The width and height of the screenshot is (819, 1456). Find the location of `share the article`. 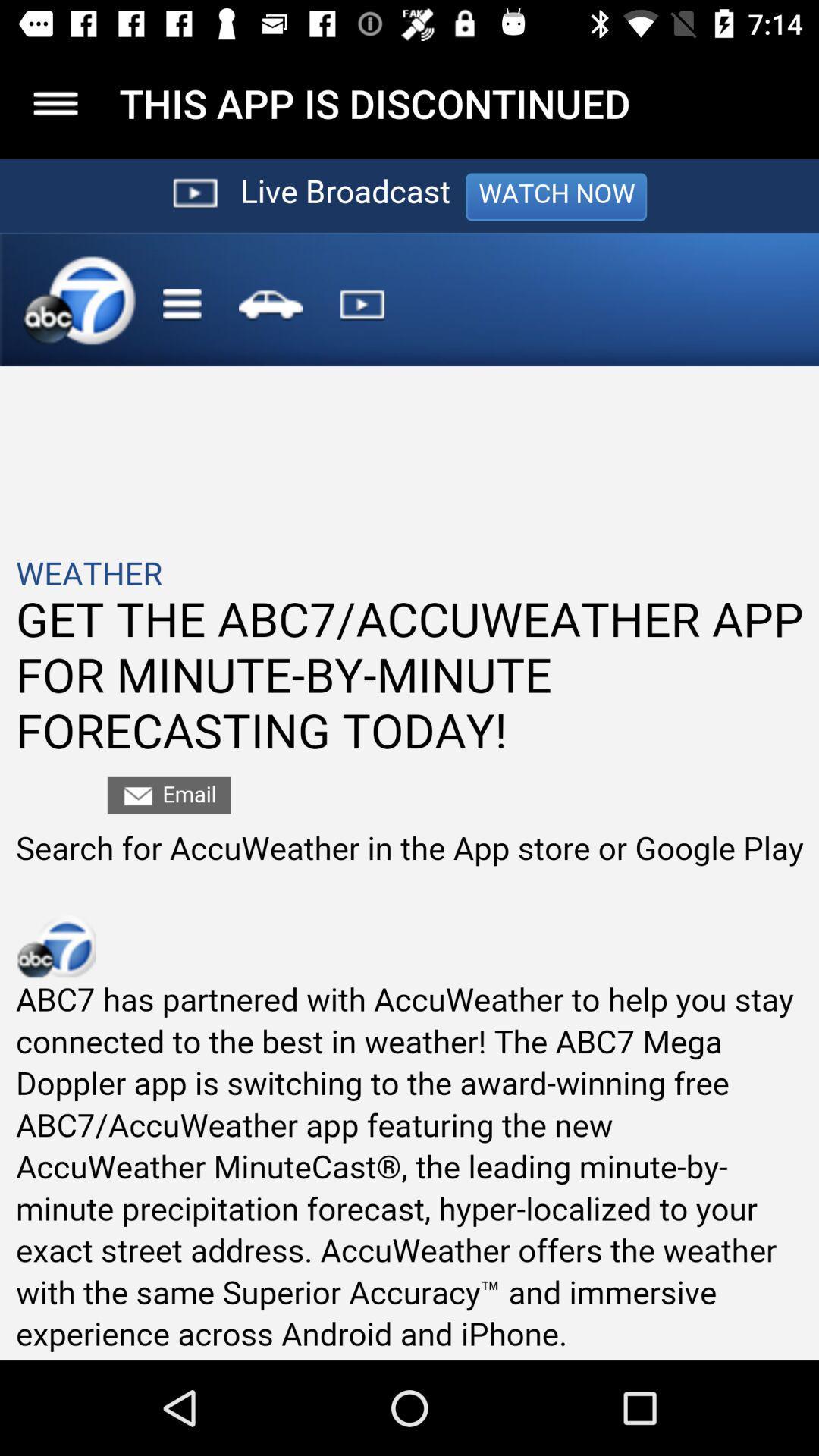

share the article is located at coordinates (409, 760).